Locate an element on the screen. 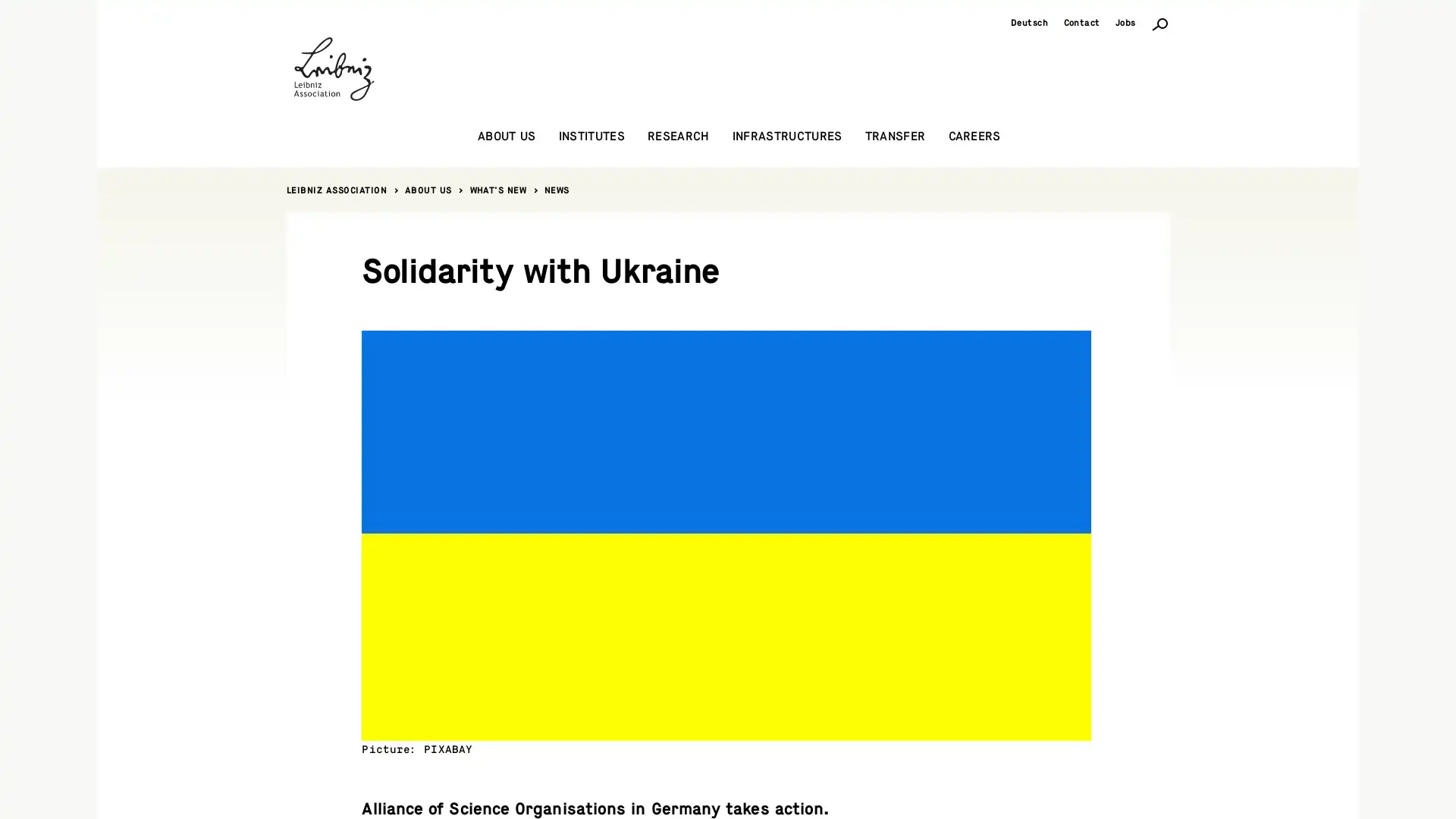 This screenshot has width=1456, height=819. ABOUT US is located at coordinates (506, 136).